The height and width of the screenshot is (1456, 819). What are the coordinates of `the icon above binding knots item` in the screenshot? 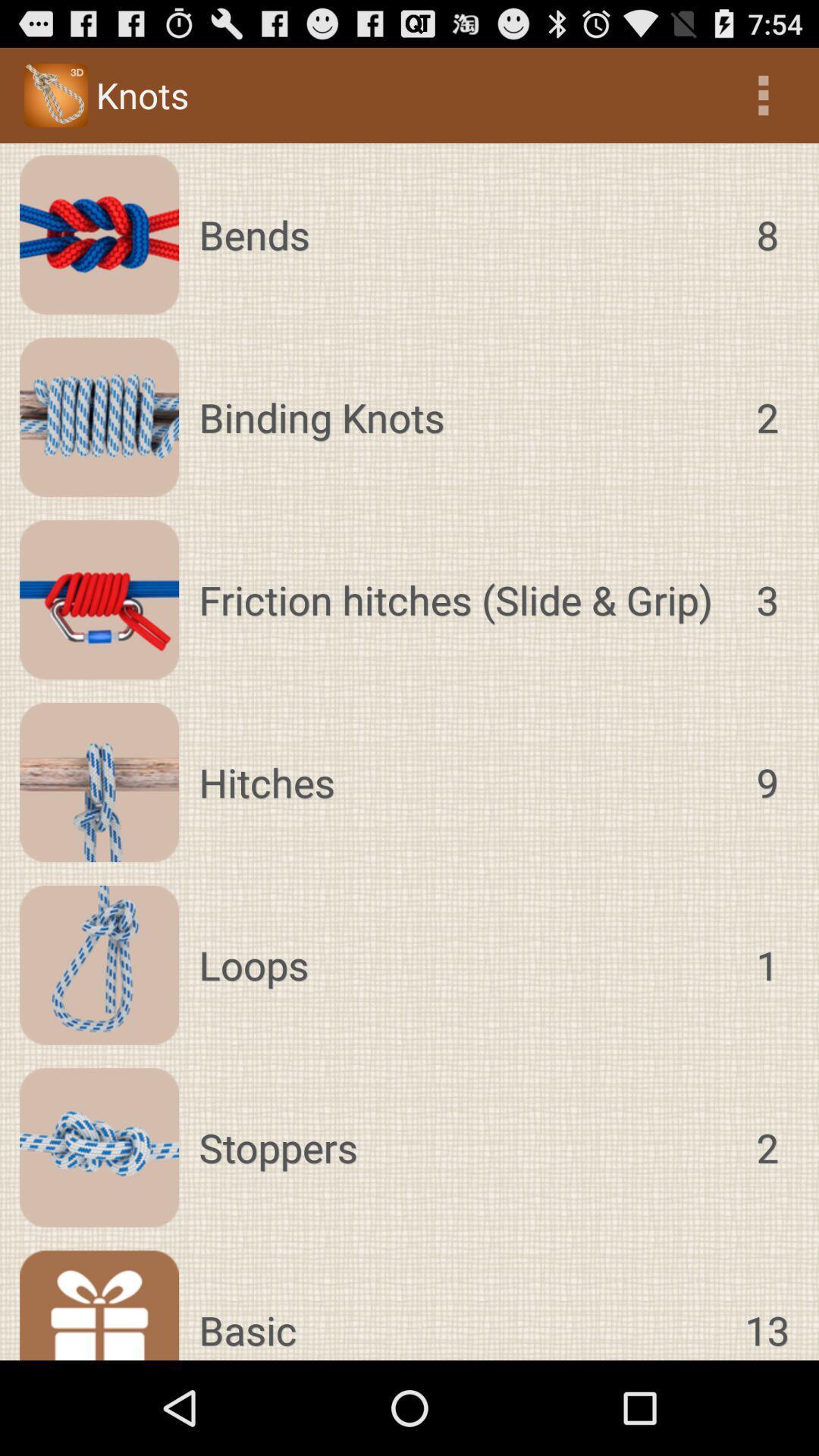 It's located at (462, 234).